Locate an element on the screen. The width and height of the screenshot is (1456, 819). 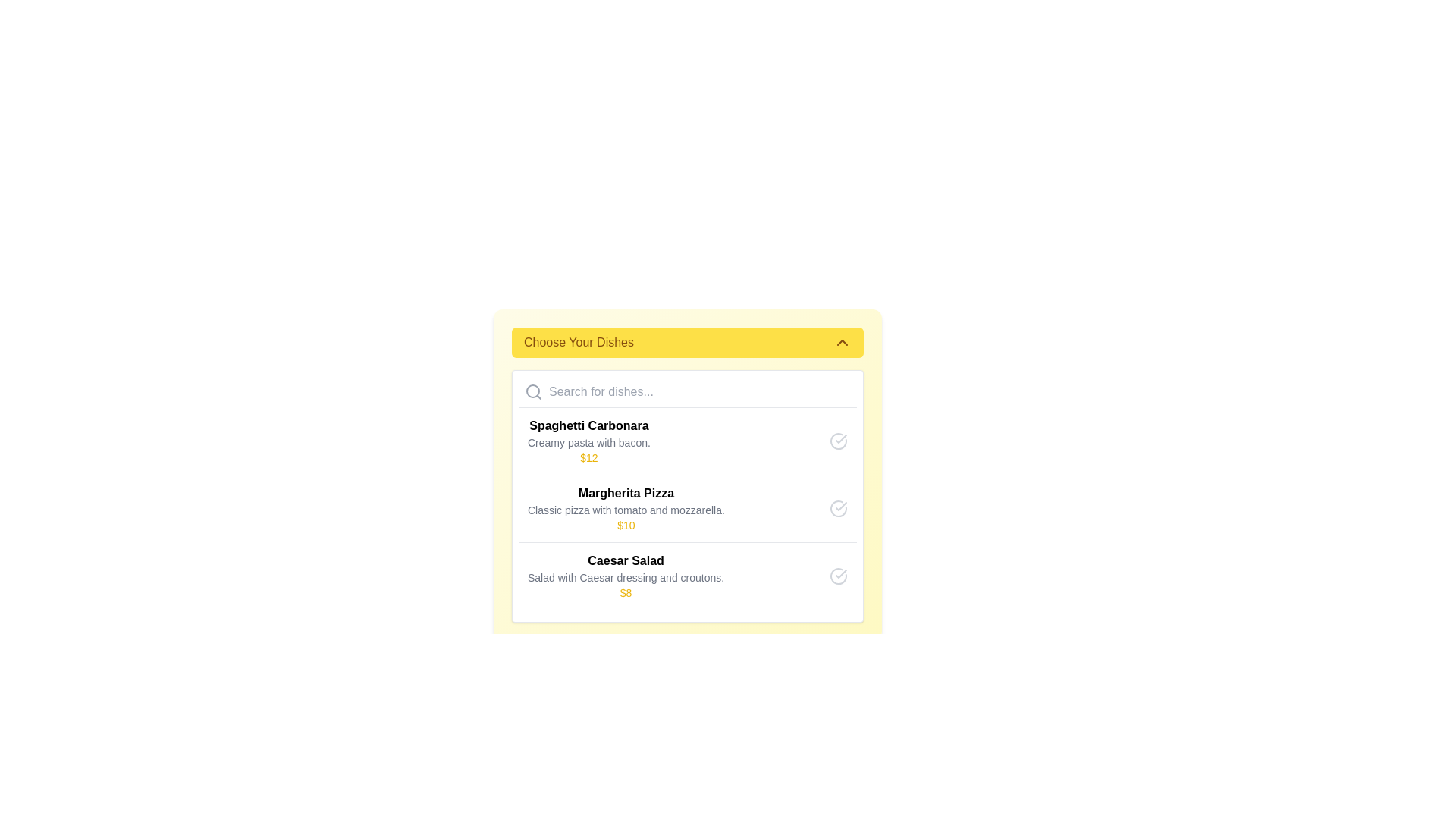
the selection indicator icon located to the far right of the 'Caesar Salad' menu item is located at coordinates (837, 576).